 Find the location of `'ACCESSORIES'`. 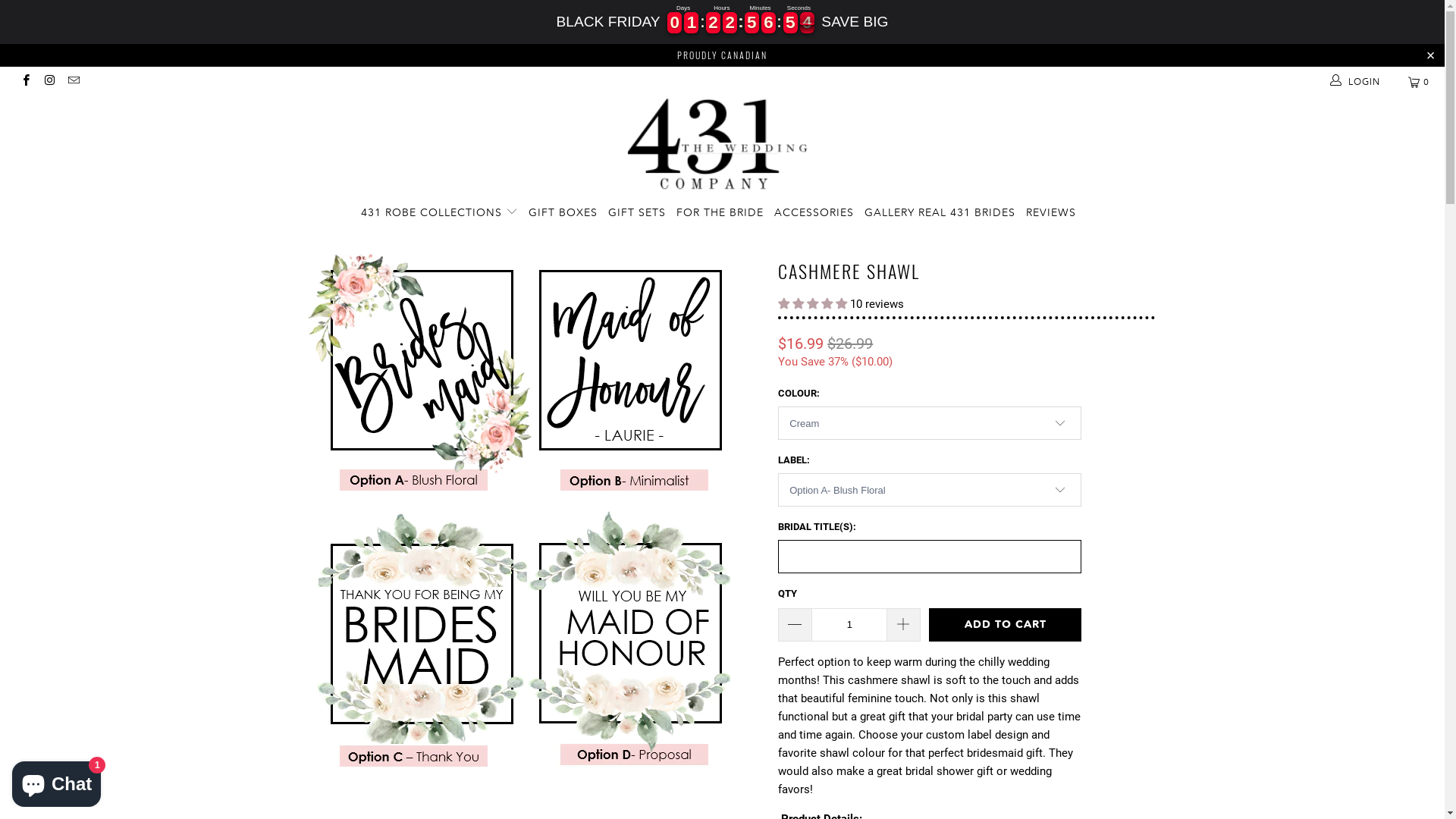

'ACCESSORIES' is located at coordinates (813, 212).